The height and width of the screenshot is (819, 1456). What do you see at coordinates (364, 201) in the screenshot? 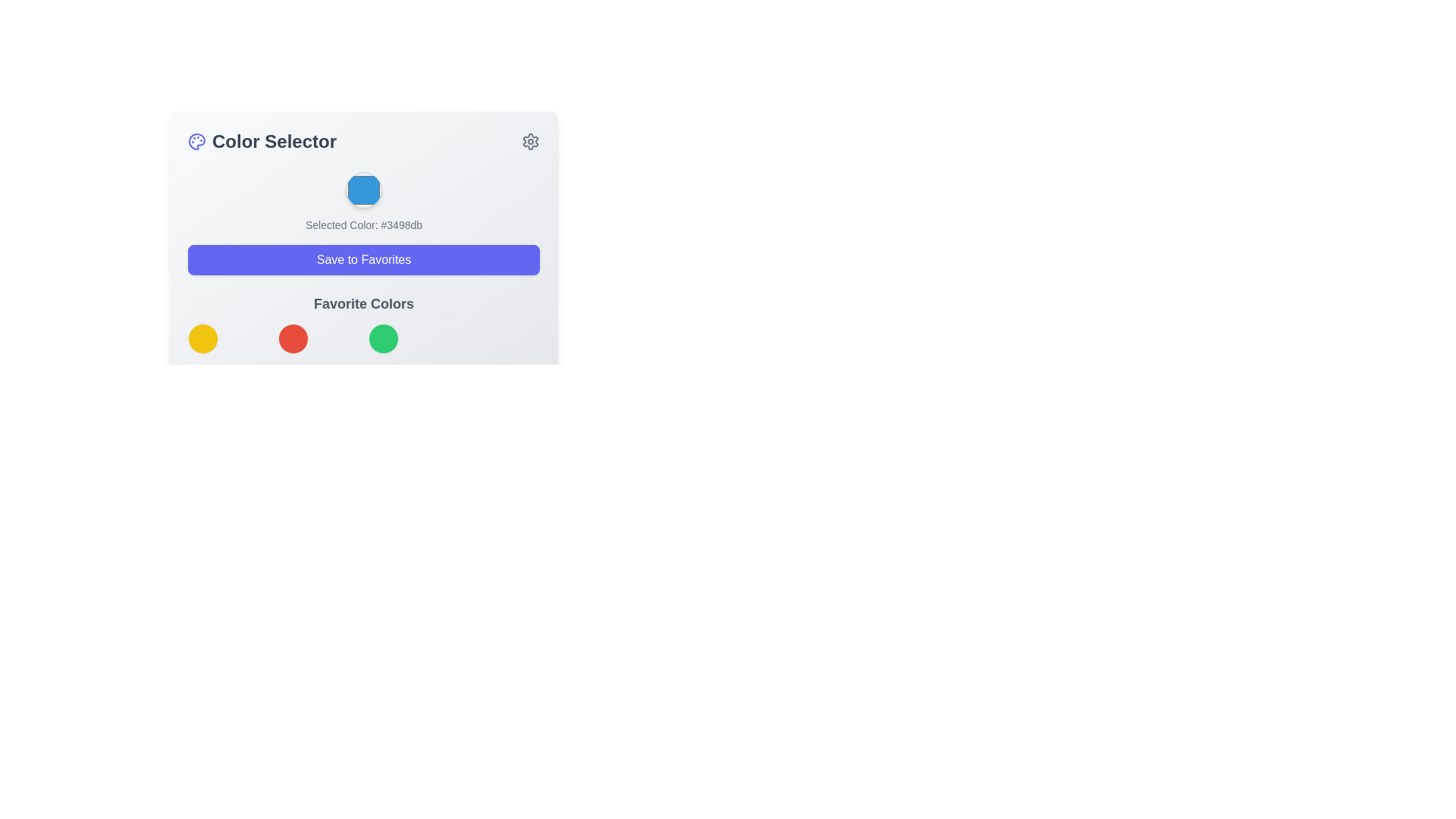
I see `the blue circular color picker button labeled 'Selected Color: #3498db' to confirm a color action` at bounding box center [364, 201].